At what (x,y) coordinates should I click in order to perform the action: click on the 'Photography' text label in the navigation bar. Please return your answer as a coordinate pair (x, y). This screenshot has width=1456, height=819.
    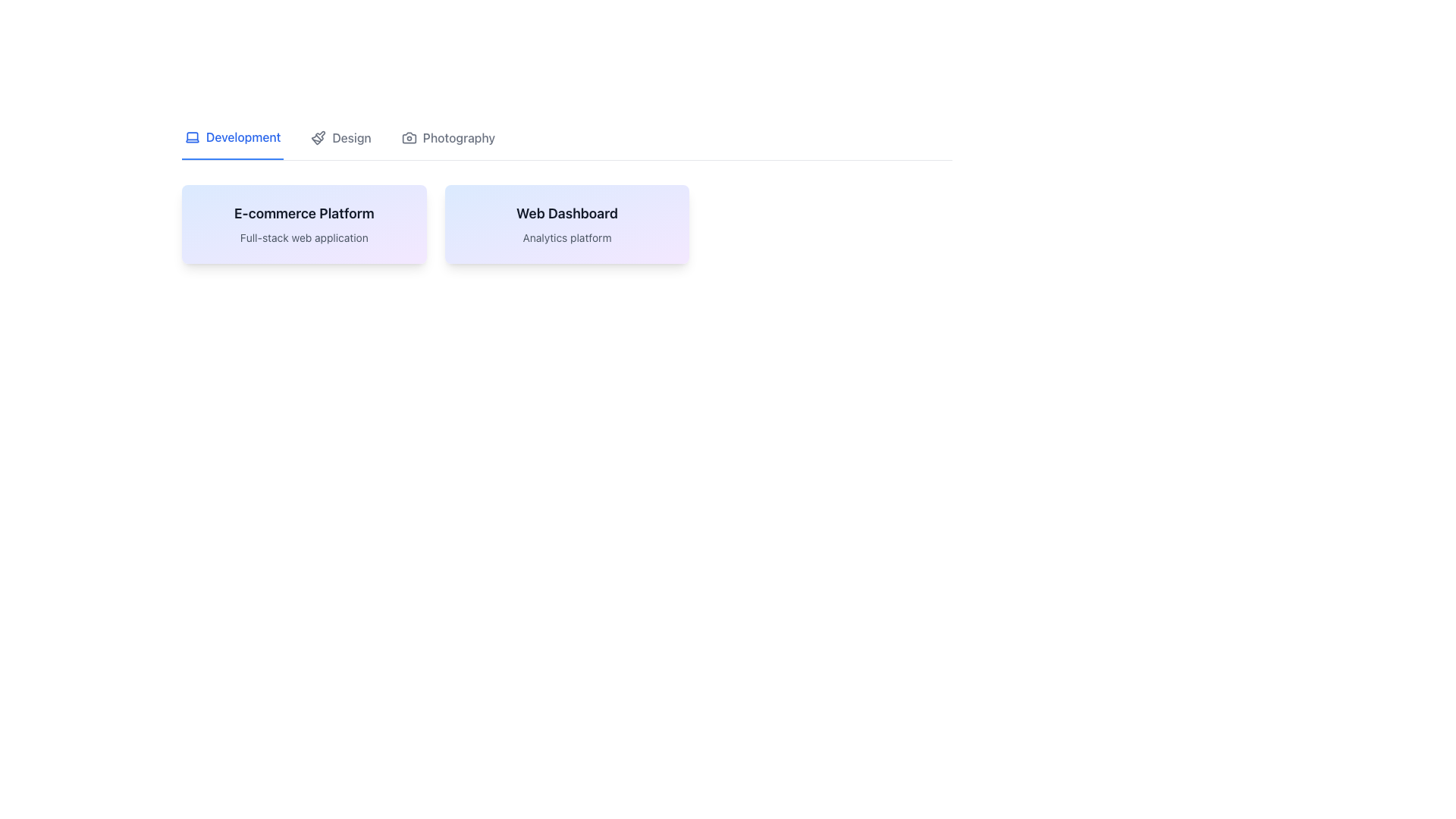
    Looking at the image, I should click on (458, 137).